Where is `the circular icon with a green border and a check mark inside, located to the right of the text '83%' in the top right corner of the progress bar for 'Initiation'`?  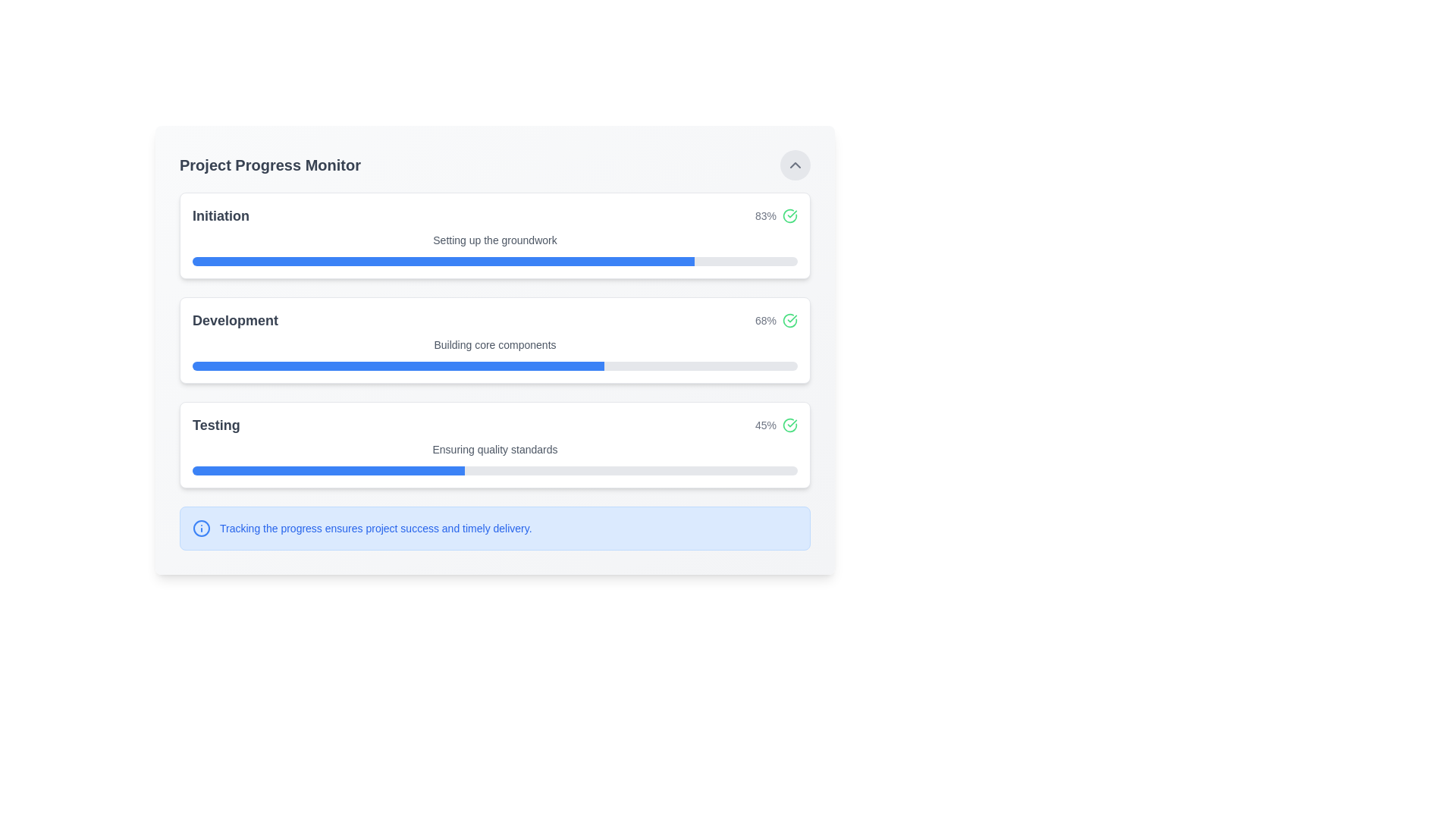 the circular icon with a green border and a check mark inside, located to the right of the text '83%' in the top right corner of the progress bar for 'Initiation' is located at coordinates (789, 216).